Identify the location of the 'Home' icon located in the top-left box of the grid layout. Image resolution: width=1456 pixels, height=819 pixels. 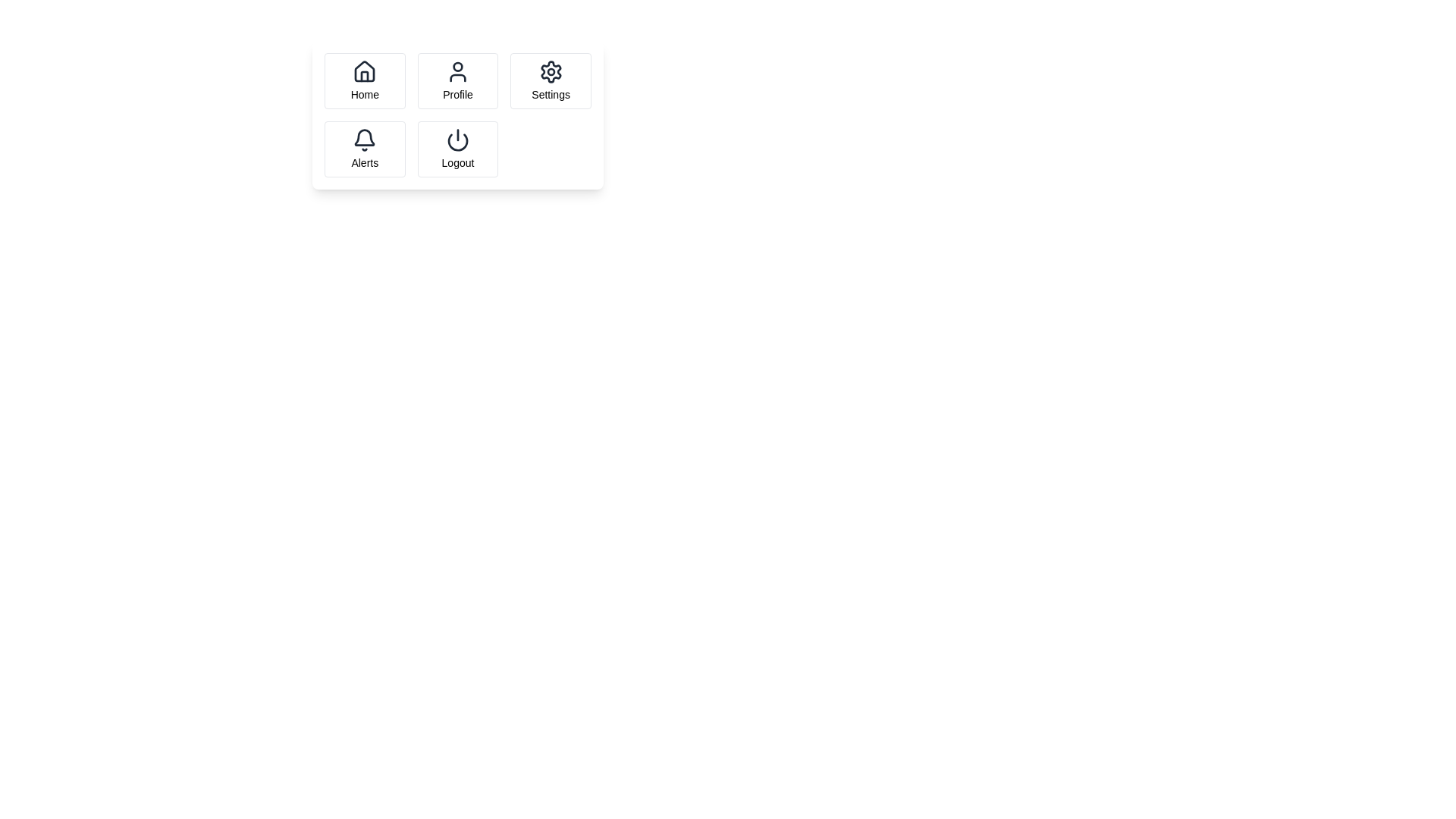
(365, 71).